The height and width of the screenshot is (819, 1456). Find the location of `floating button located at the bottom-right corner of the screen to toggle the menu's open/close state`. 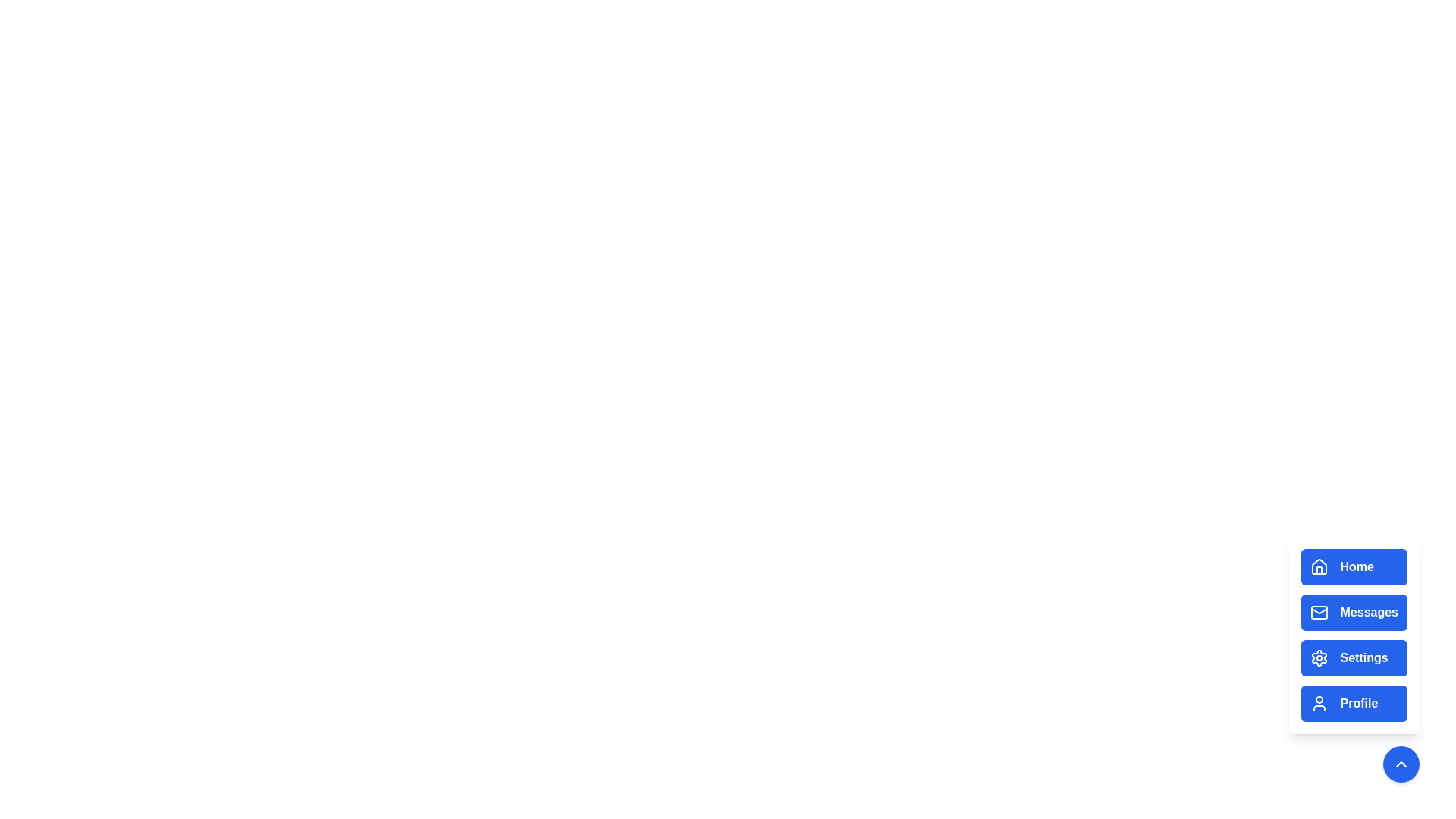

floating button located at the bottom-right corner of the screen to toggle the menu's open/close state is located at coordinates (1401, 764).